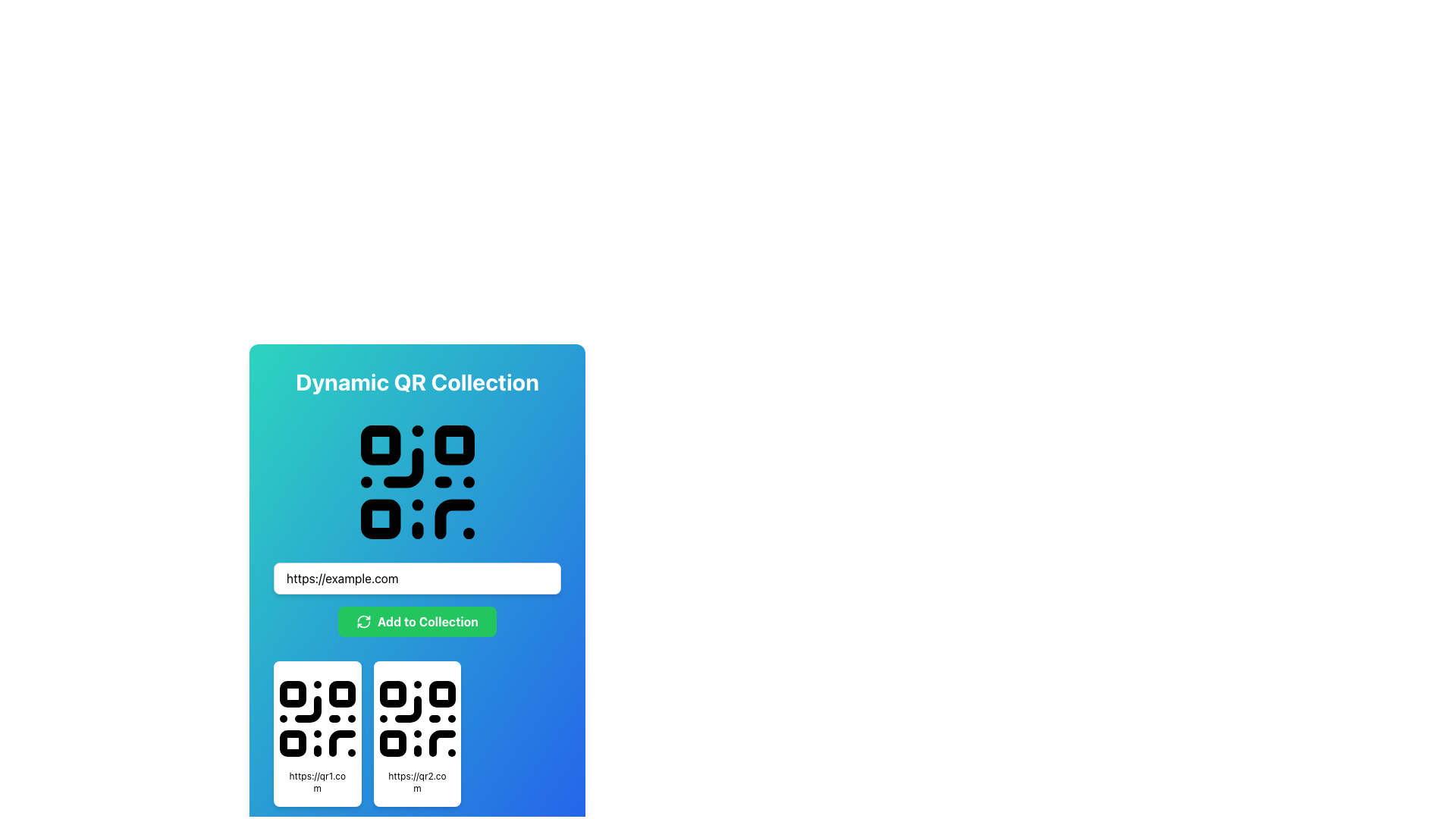 This screenshot has width=1456, height=819. I want to click on the QR code on the Content card with the URL 'https://qr2.com' located in the 'Dynamic QR Collection' section by clicking on it, so click(417, 733).